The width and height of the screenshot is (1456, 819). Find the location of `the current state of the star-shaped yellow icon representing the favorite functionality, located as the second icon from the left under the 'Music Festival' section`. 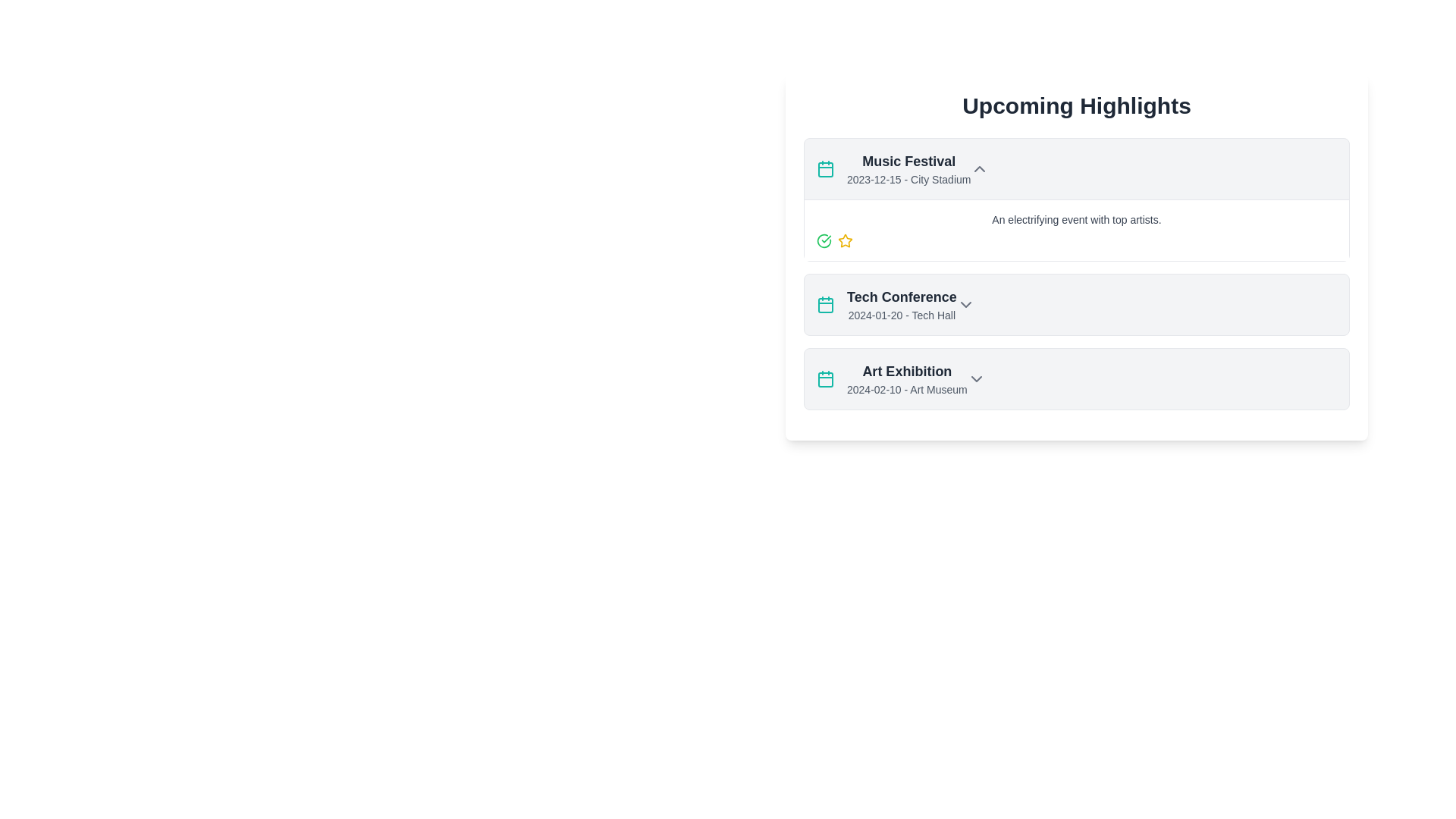

the current state of the star-shaped yellow icon representing the favorite functionality, located as the second icon from the left under the 'Music Festival' section is located at coordinates (844, 240).